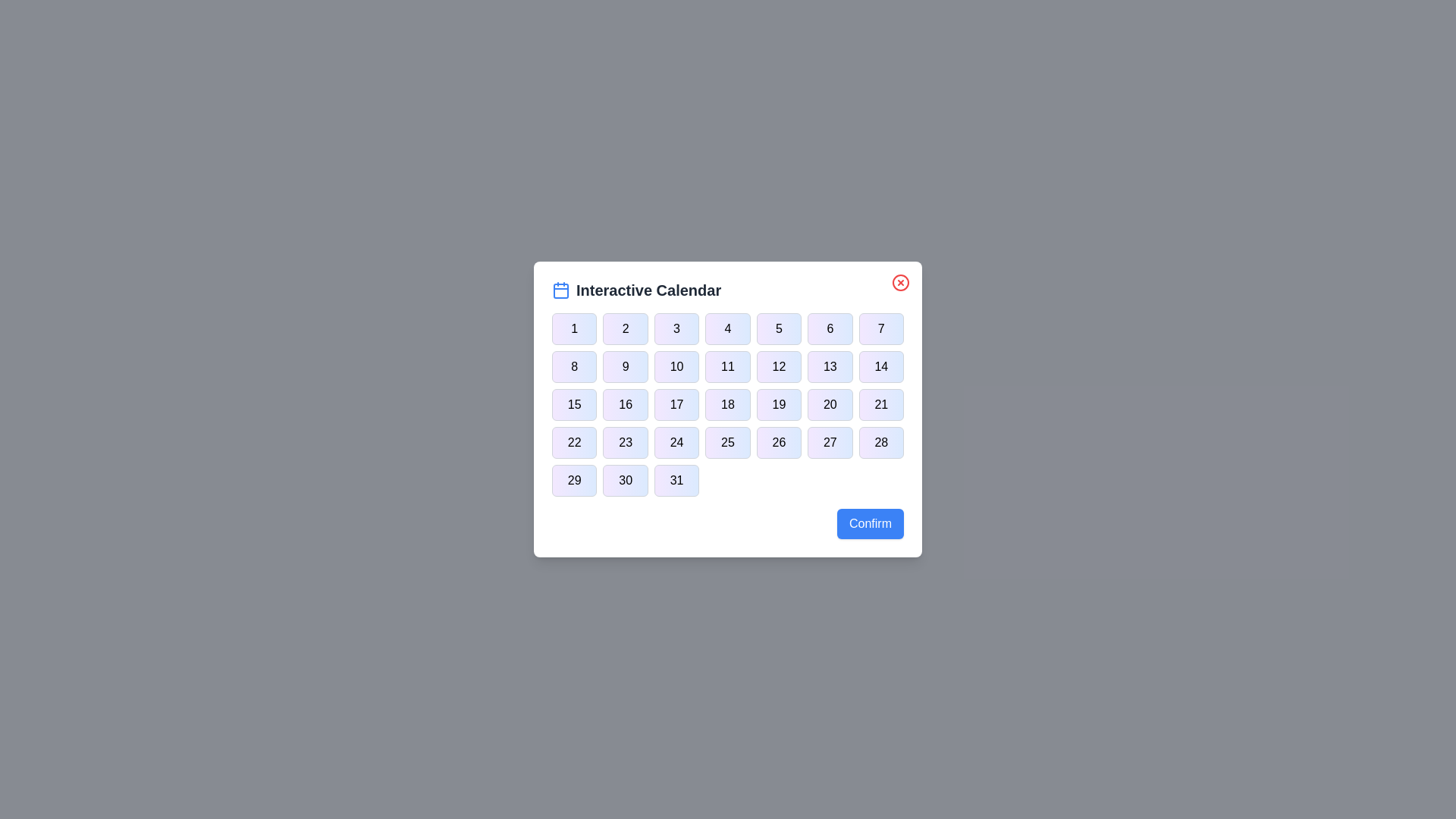  Describe the element at coordinates (676, 366) in the screenshot. I see `the button corresponding to day 10 in the calendar` at that location.